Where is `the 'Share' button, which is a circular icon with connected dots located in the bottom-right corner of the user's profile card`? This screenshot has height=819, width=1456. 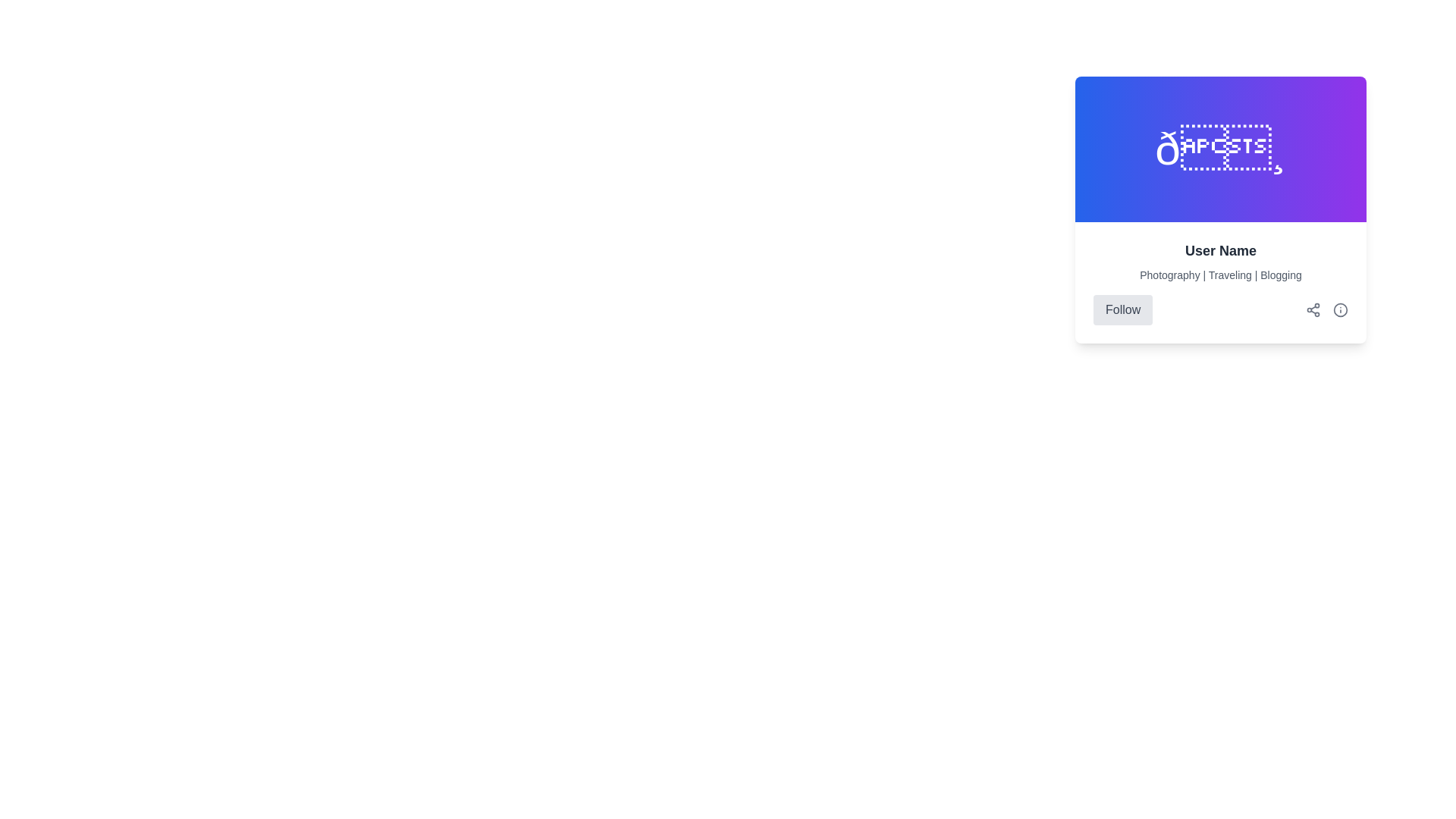
the 'Share' button, which is a circular icon with connected dots located in the bottom-right corner of the user's profile card is located at coordinates (1313, 309).